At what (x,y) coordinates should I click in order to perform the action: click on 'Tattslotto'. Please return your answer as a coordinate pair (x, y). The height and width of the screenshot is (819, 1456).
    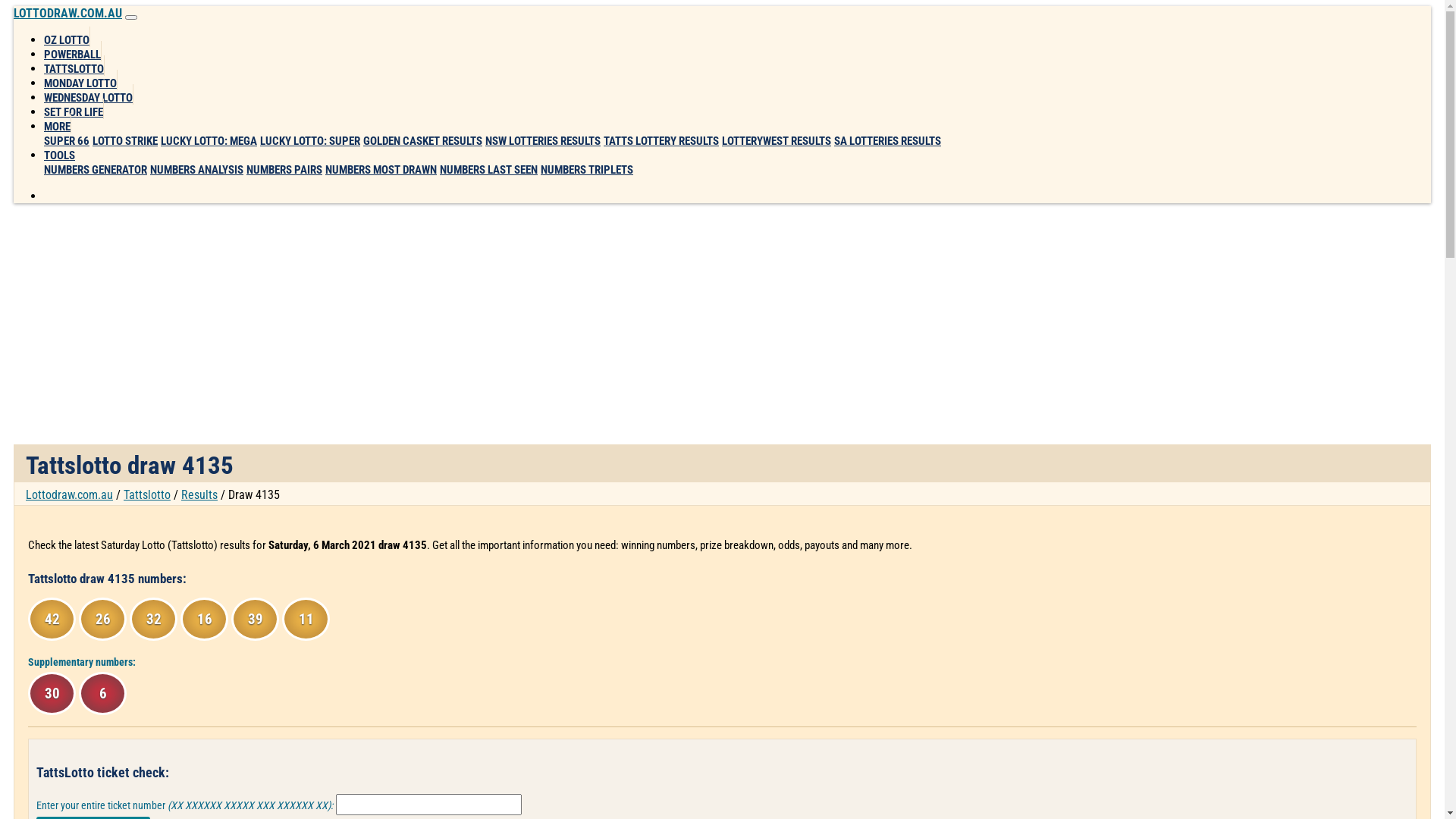
    Looking at the image, I should click on (146, 494).